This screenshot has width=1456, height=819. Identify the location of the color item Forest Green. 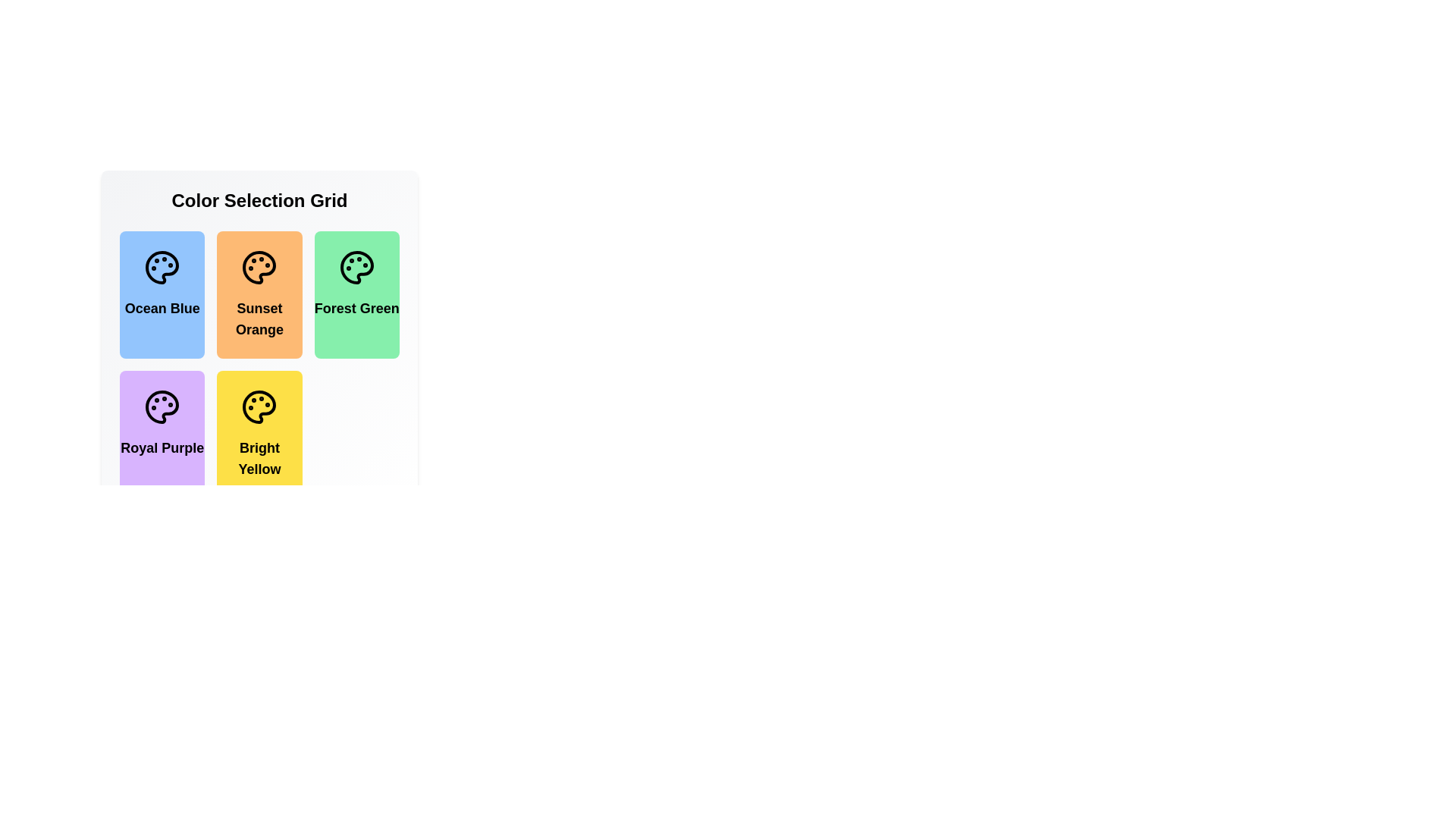
(356, 295).